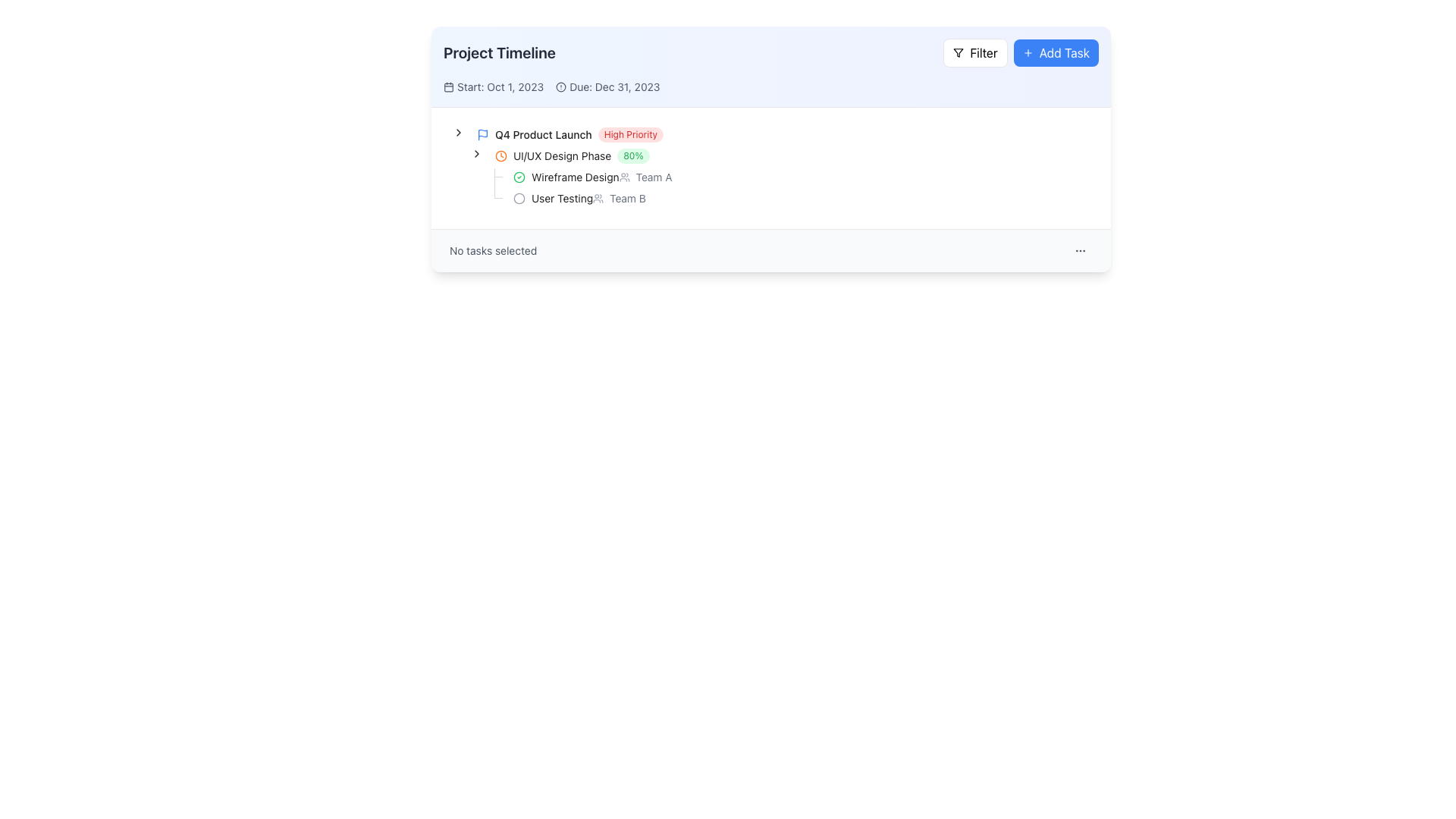 The width and height of the screenshot is (1456, 819). What do you see at coordinates (519, 177) in the screenshot?
I see `the green circular badge with a checkmark indicating the completion of the 'UI/UX Design Phase' task in the project timeline to trigger its linked functionalities` at bounding box center [519, 177].